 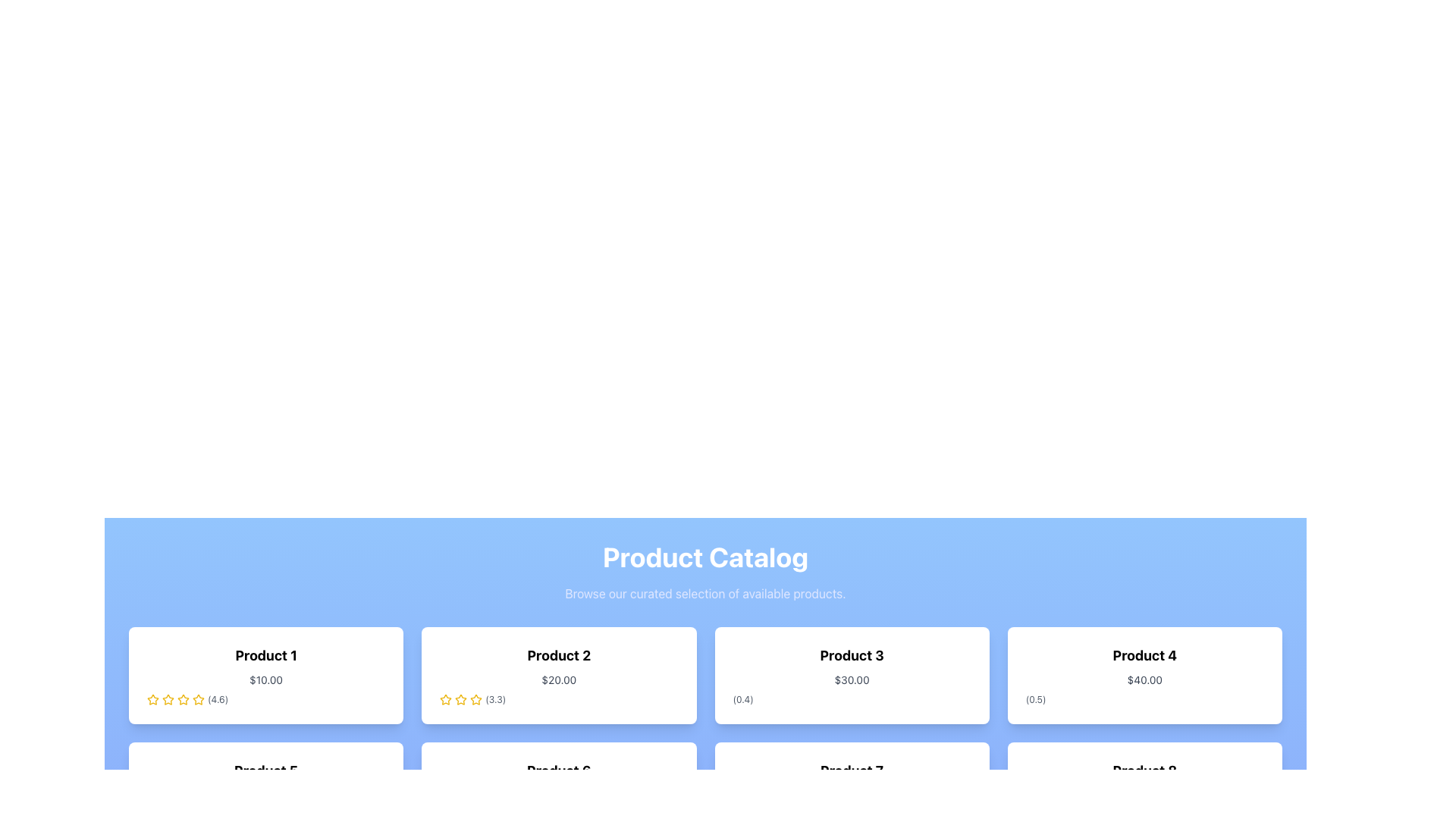 What do you see at coordinates (152, 699) in the screenshot?
I see `the first star icon representing the product rating for 'Product 1' located in the top-left product card` at bounding box center [152, 699].